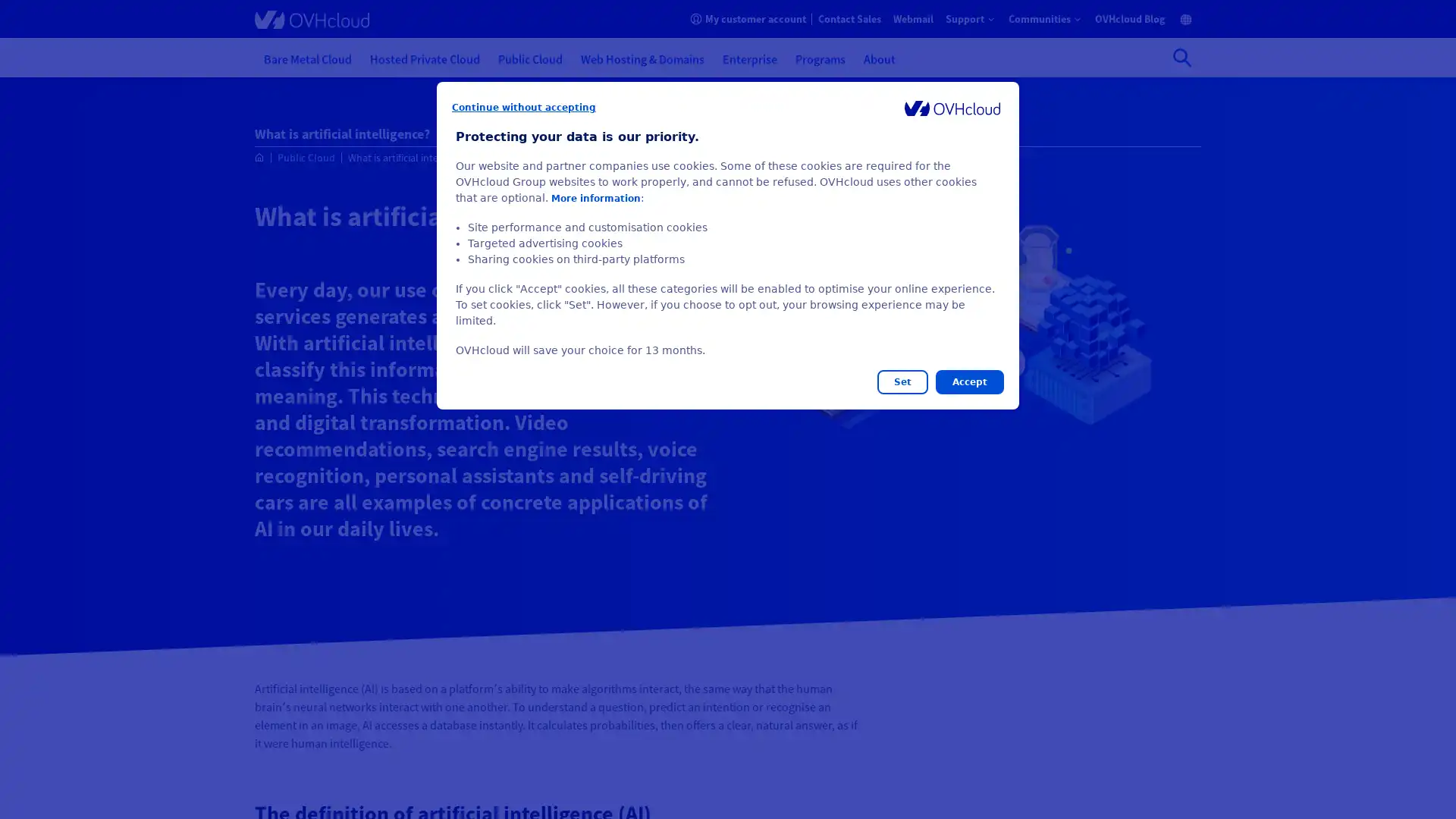 The width and height of the screenshot is (1456, 819). I want to click on Continue without accepting, so click(524, 107).